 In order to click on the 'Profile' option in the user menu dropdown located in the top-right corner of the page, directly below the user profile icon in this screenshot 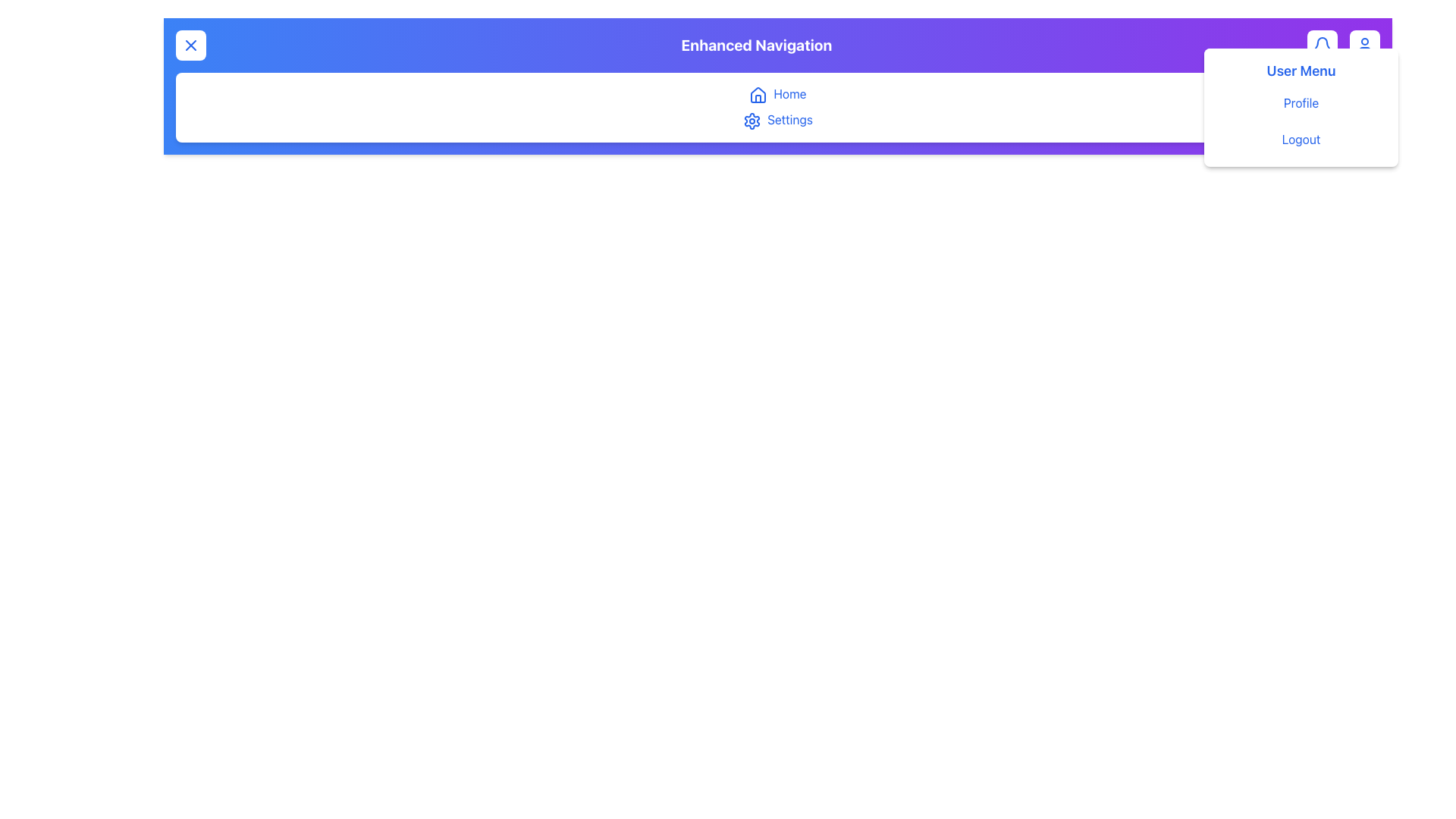, I will do `click(1301, 107)`.